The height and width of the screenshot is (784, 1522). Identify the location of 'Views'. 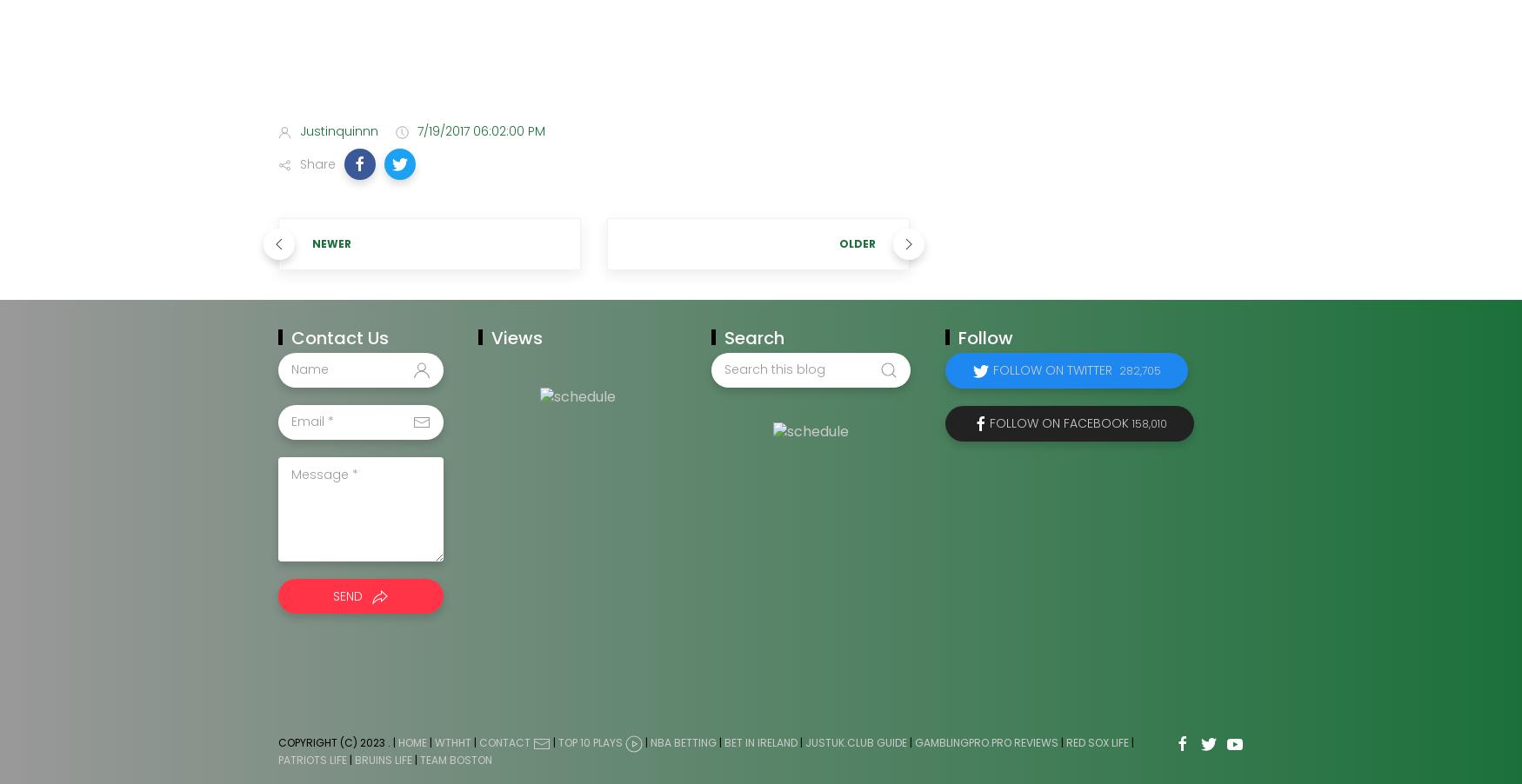
(517, 337).